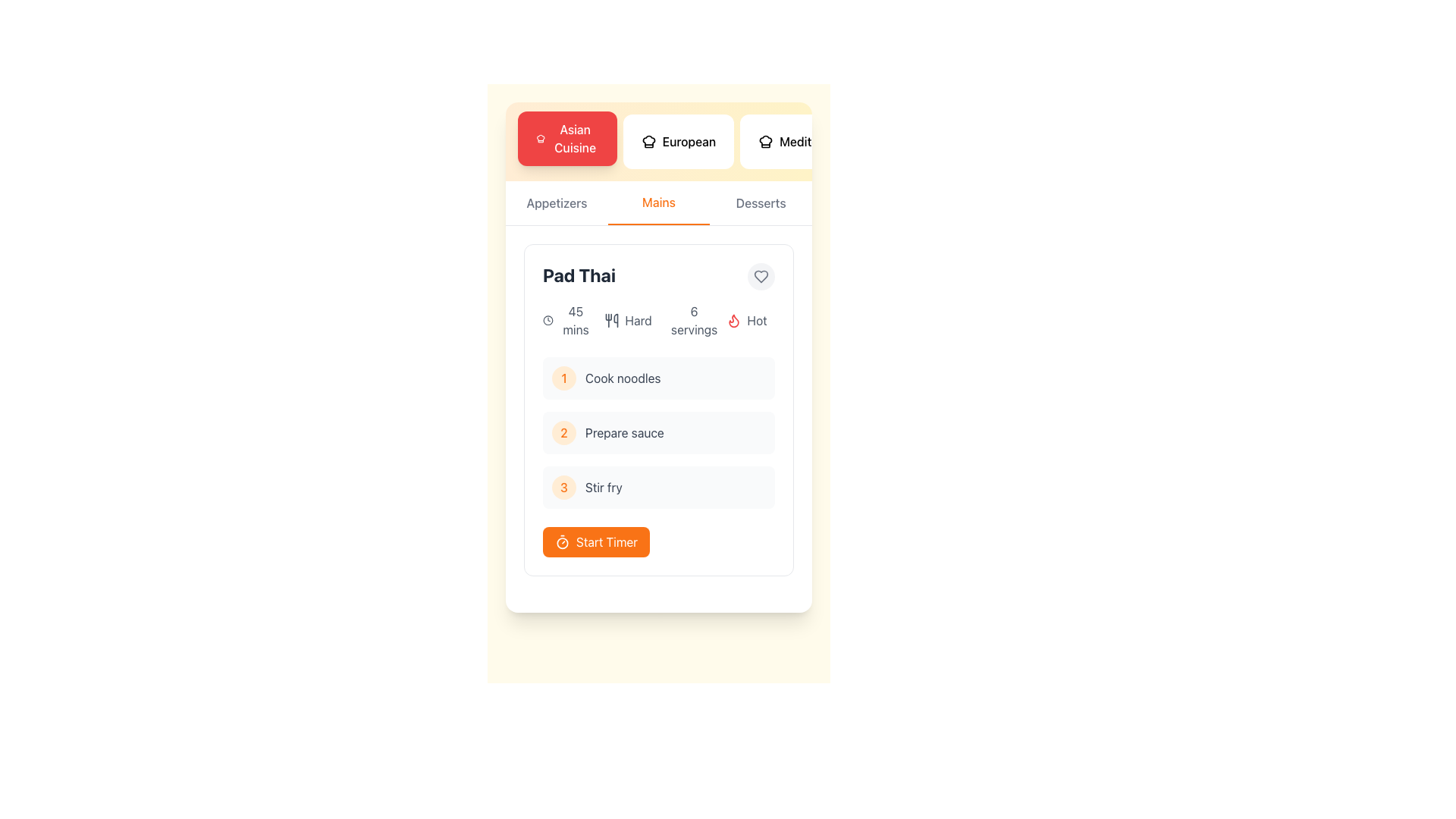  I want to click on the 'European' cuisine icon, which is located to the right of the 'Asian Cuisine' text label in the top portion of the interface, so click(766, 141).